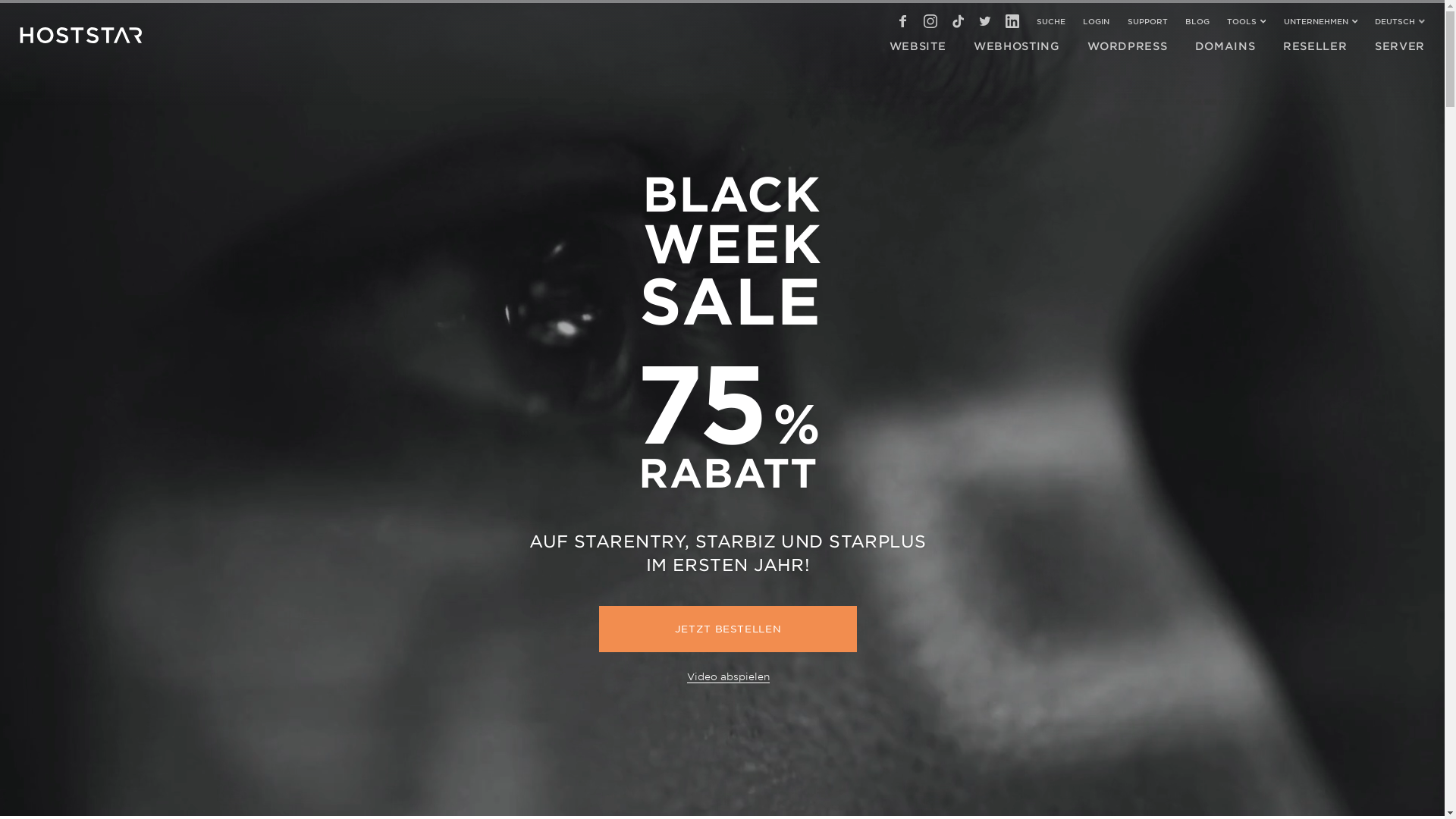  What do you see at coordinates (1050, 21) in the screenshot?
I see `'SUCHE'` at bounding box center [1050, 21].